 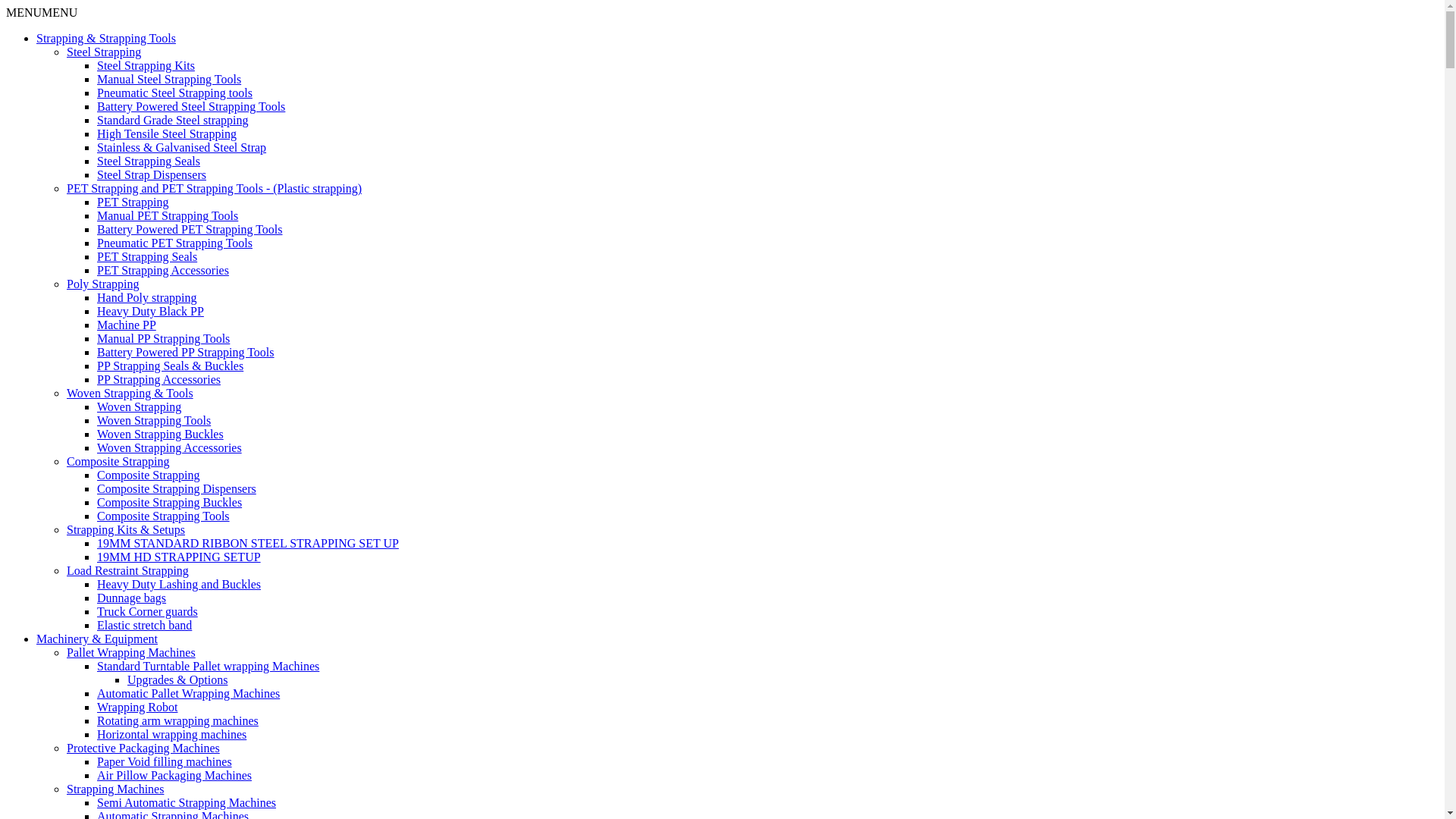 What do you see at coordinates (152, 174) in the screenshot?
I see `'Steel Strap Dispensers'` at bounding box center [152, 174].